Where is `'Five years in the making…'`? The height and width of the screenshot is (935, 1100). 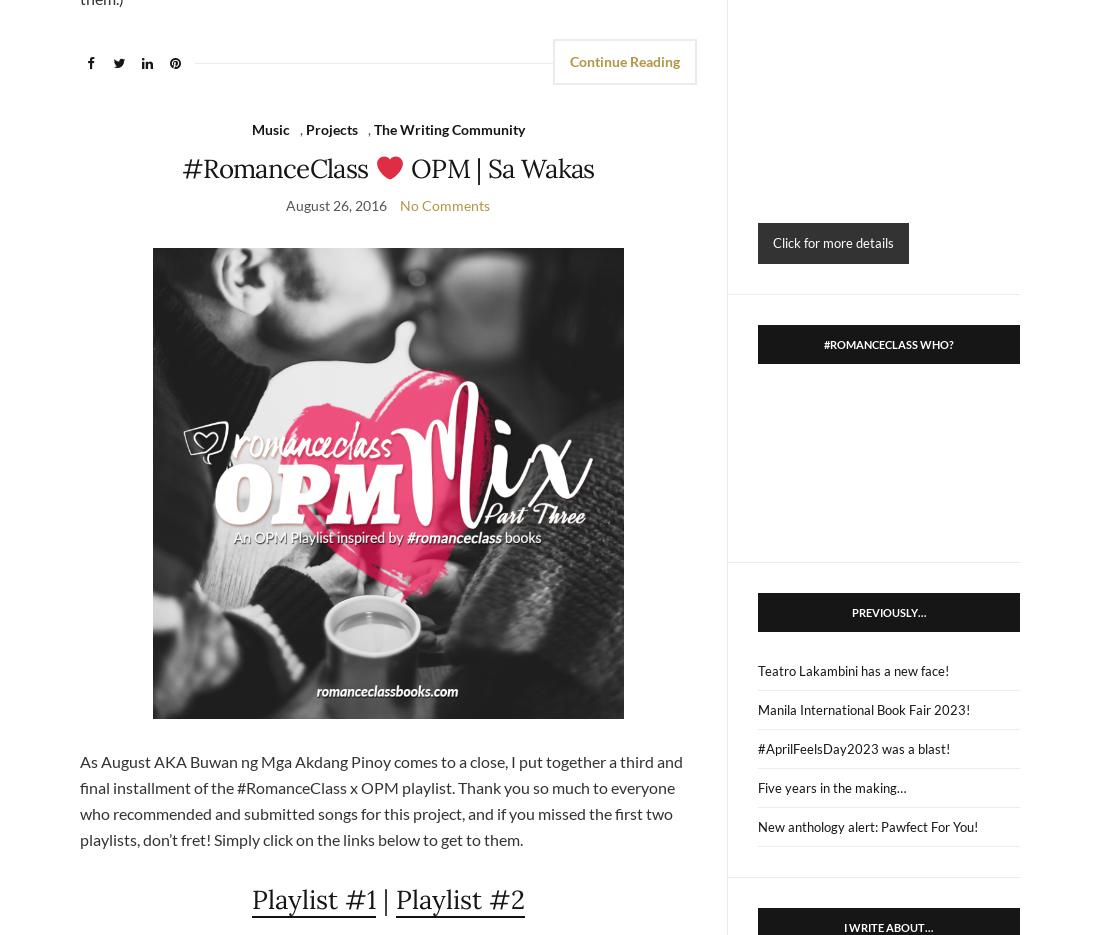
'Five years in the making…' is located at coordinates (830, 785).